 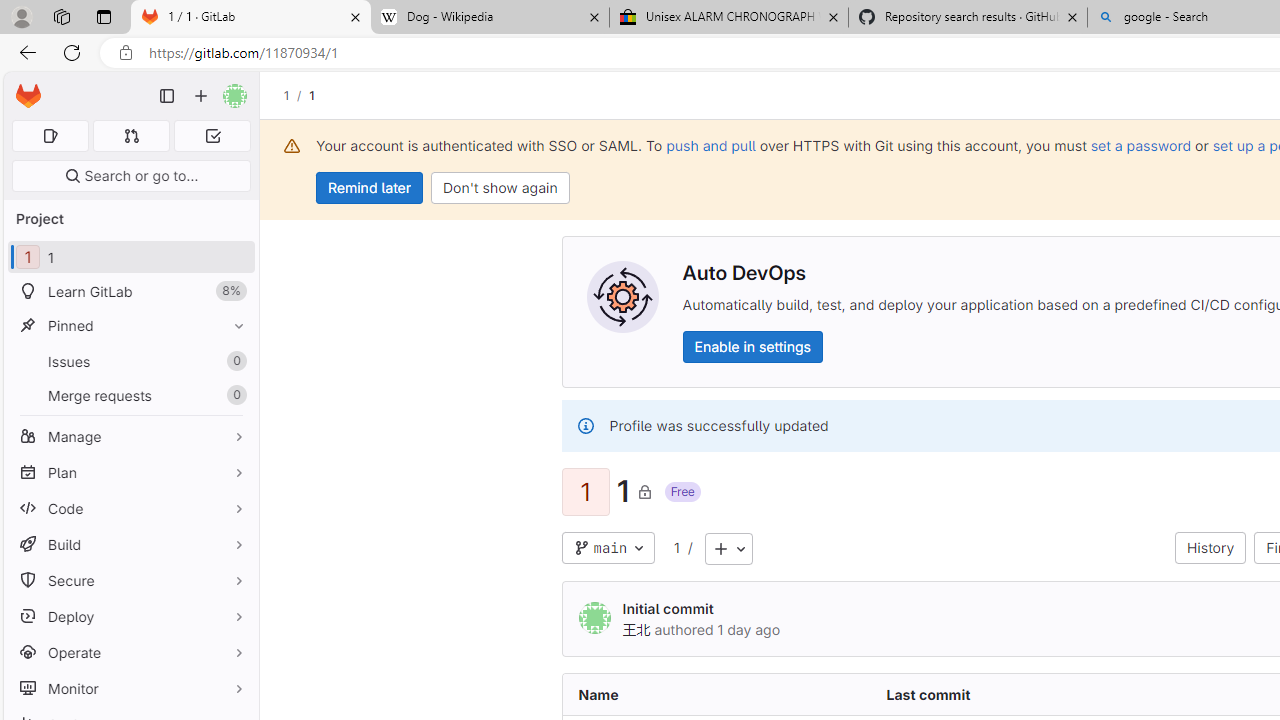 I want to click on 'Dog - Wikipedia', so click(x=490, y=17).